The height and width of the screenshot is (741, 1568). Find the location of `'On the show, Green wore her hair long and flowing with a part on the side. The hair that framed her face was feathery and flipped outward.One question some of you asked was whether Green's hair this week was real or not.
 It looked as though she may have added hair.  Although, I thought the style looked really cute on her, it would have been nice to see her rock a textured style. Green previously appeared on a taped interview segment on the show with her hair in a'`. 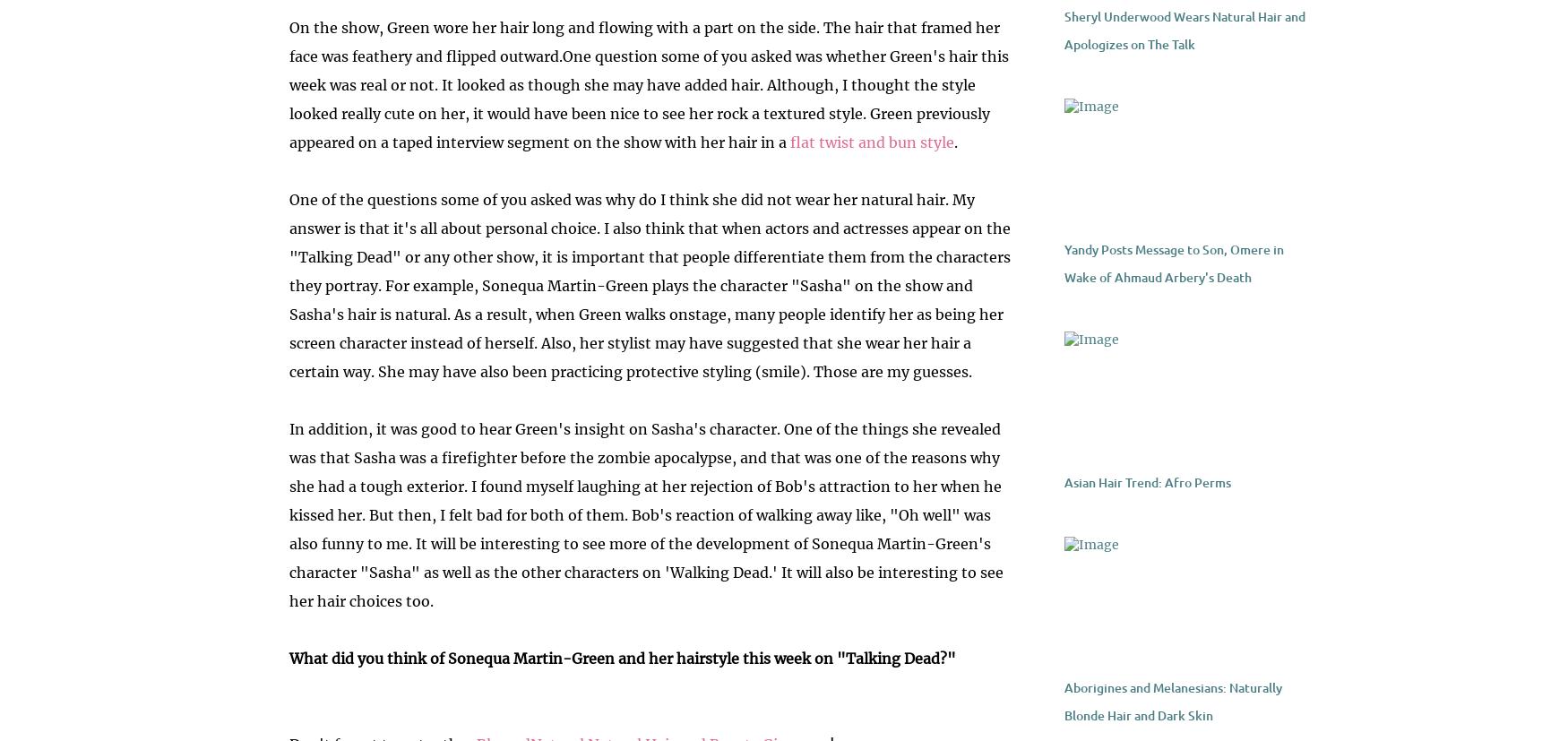

'On the show, Green wore her hair long and flowing with a part on the side. The hair that framed her face was feathery and flipped outward.One question some of you asked was whether Green's hair this week was real or not.
 It looked as though she may have added hair.  Although, I thought the style looked really cute on her, it would have been nice to see her rock a textured style. Green previously appeared on a taped interview segment on the show with her hair in a' is located at coordinates (648, 85).